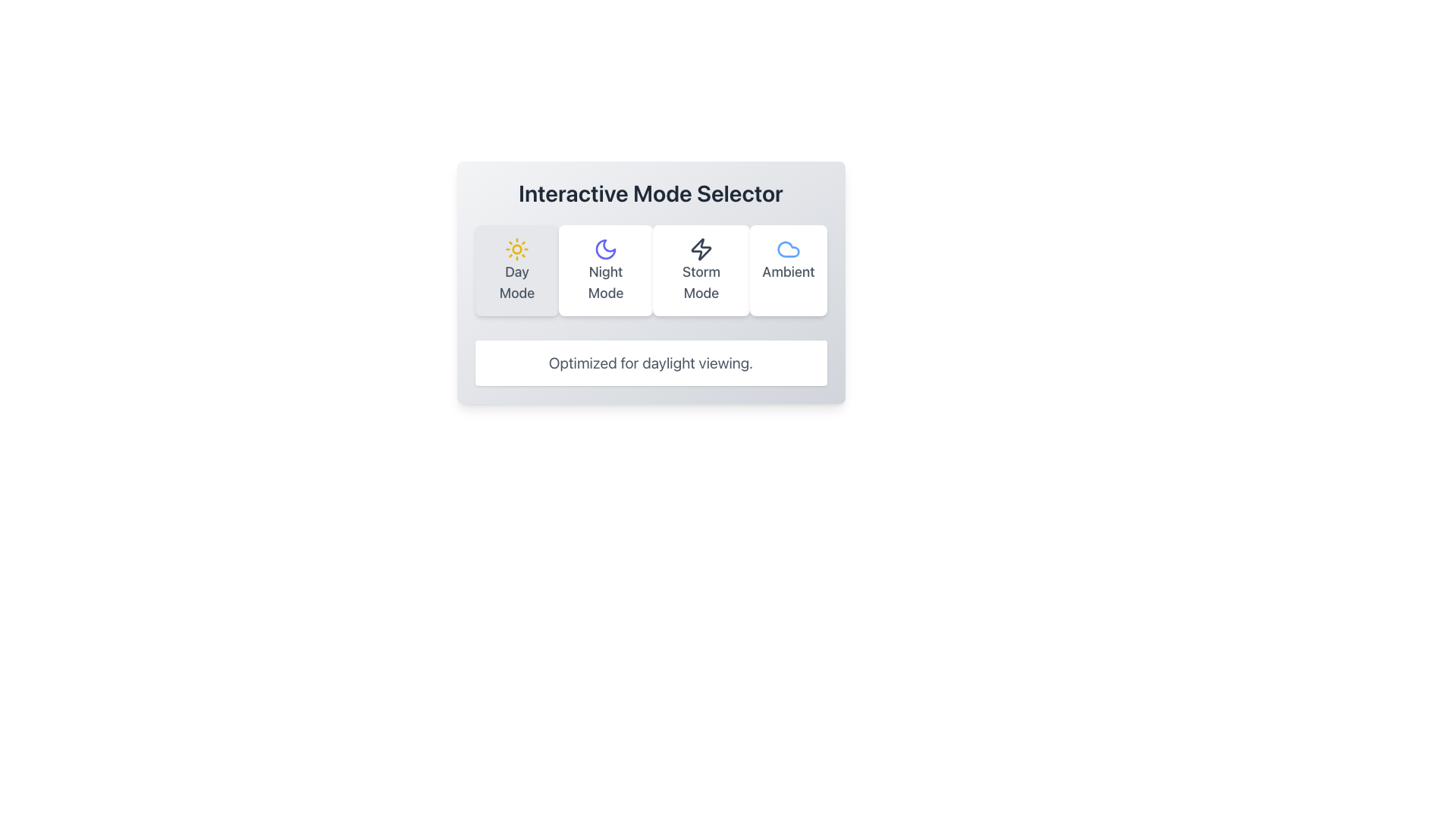 Image resolution: width=1456 pixels, height=819 pixels. Describe the element at coordinates (701, 248) in the screenshot. I see `the 'Storm Mode' SVG icon, which is the third option in the 'Interactive Mode Selector' group, located between 'Night Mode' and 'Ambient'` at that location.